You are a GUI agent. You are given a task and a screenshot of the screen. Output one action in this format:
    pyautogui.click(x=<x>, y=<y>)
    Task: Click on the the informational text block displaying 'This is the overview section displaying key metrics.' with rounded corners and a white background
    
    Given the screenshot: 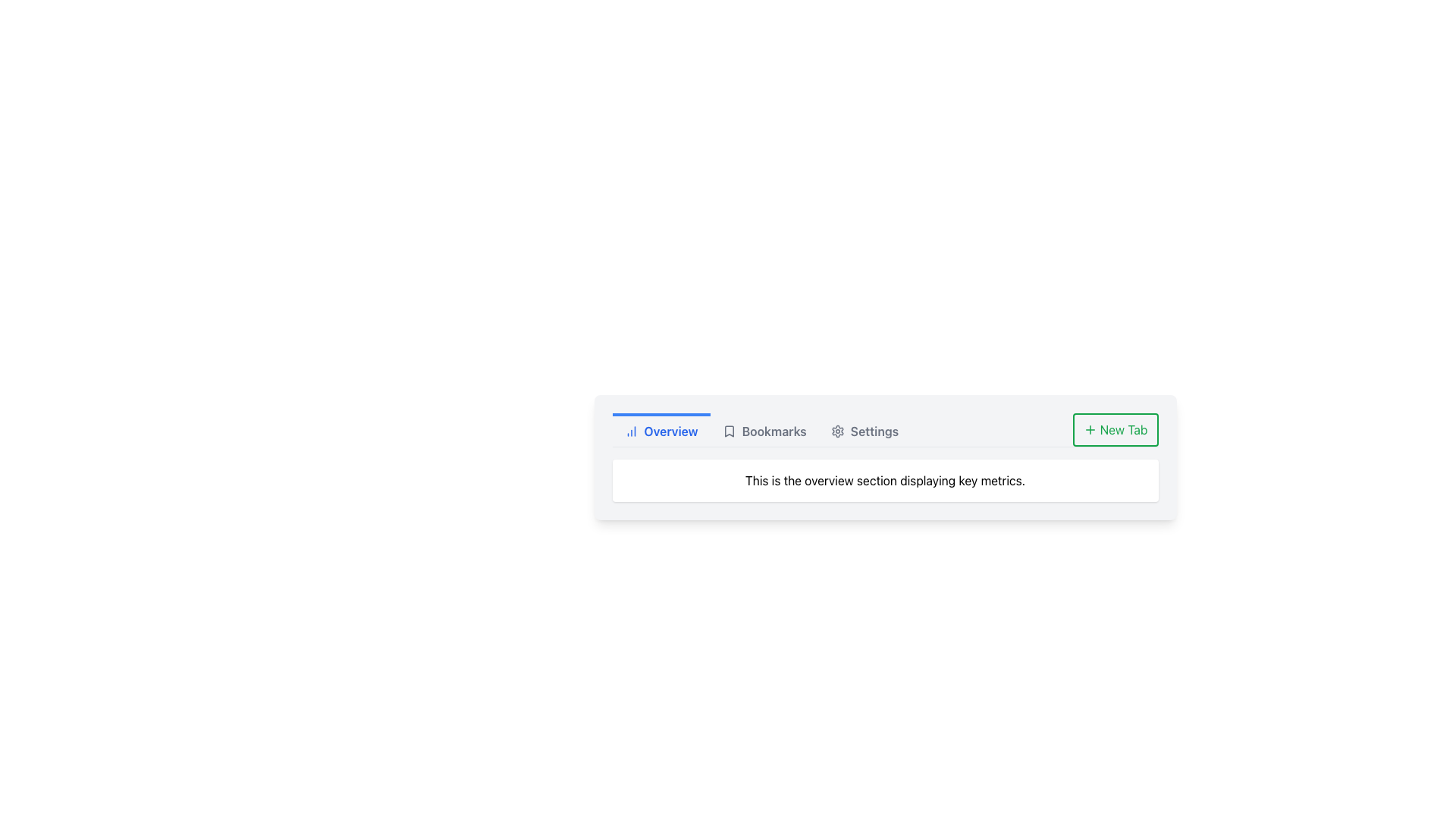 What is the action you would take?
    pyautogui.click(x=885, y=480)
    